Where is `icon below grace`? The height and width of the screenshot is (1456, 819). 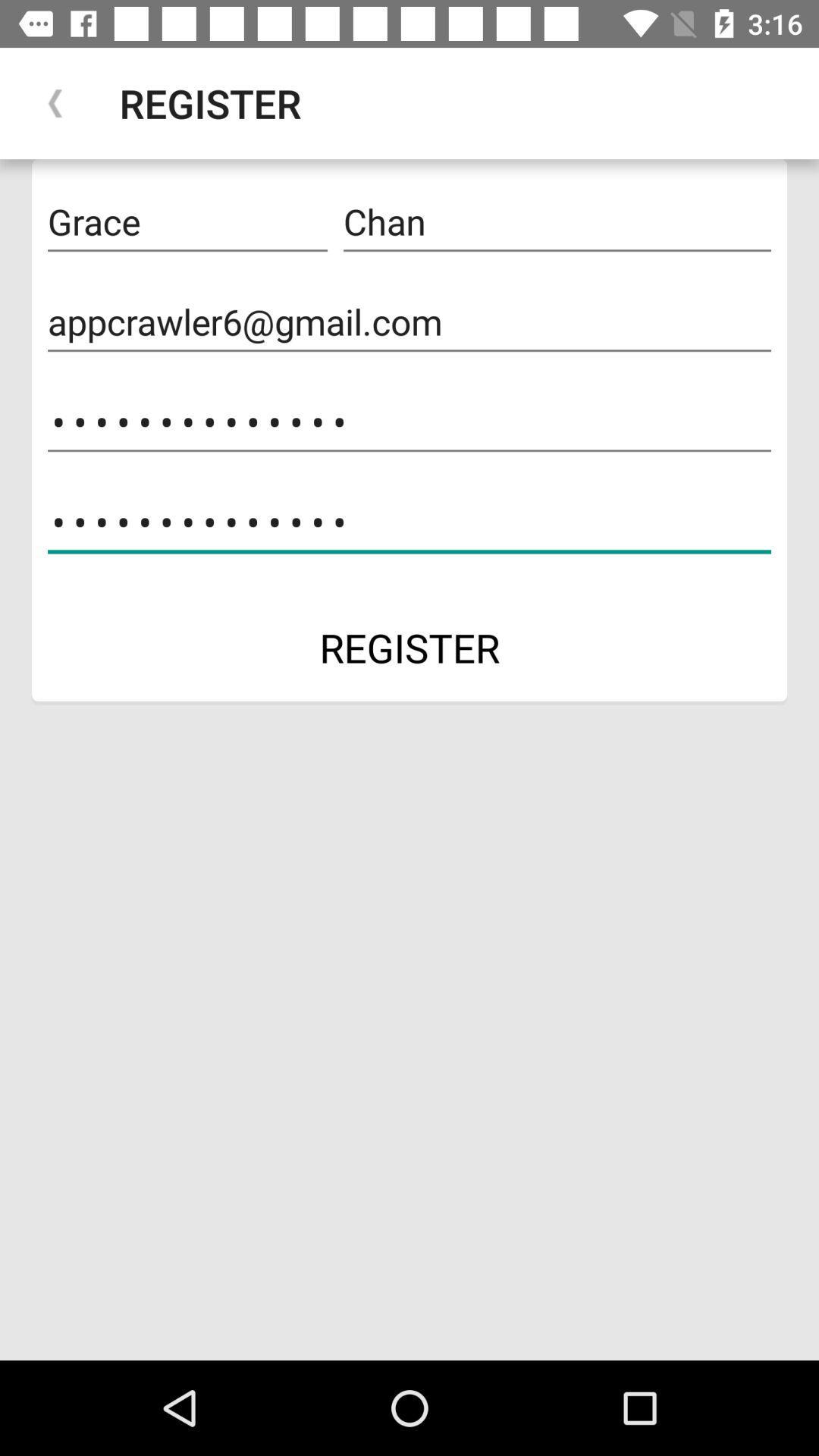
icon below grace is located at coordinates (409, 322).